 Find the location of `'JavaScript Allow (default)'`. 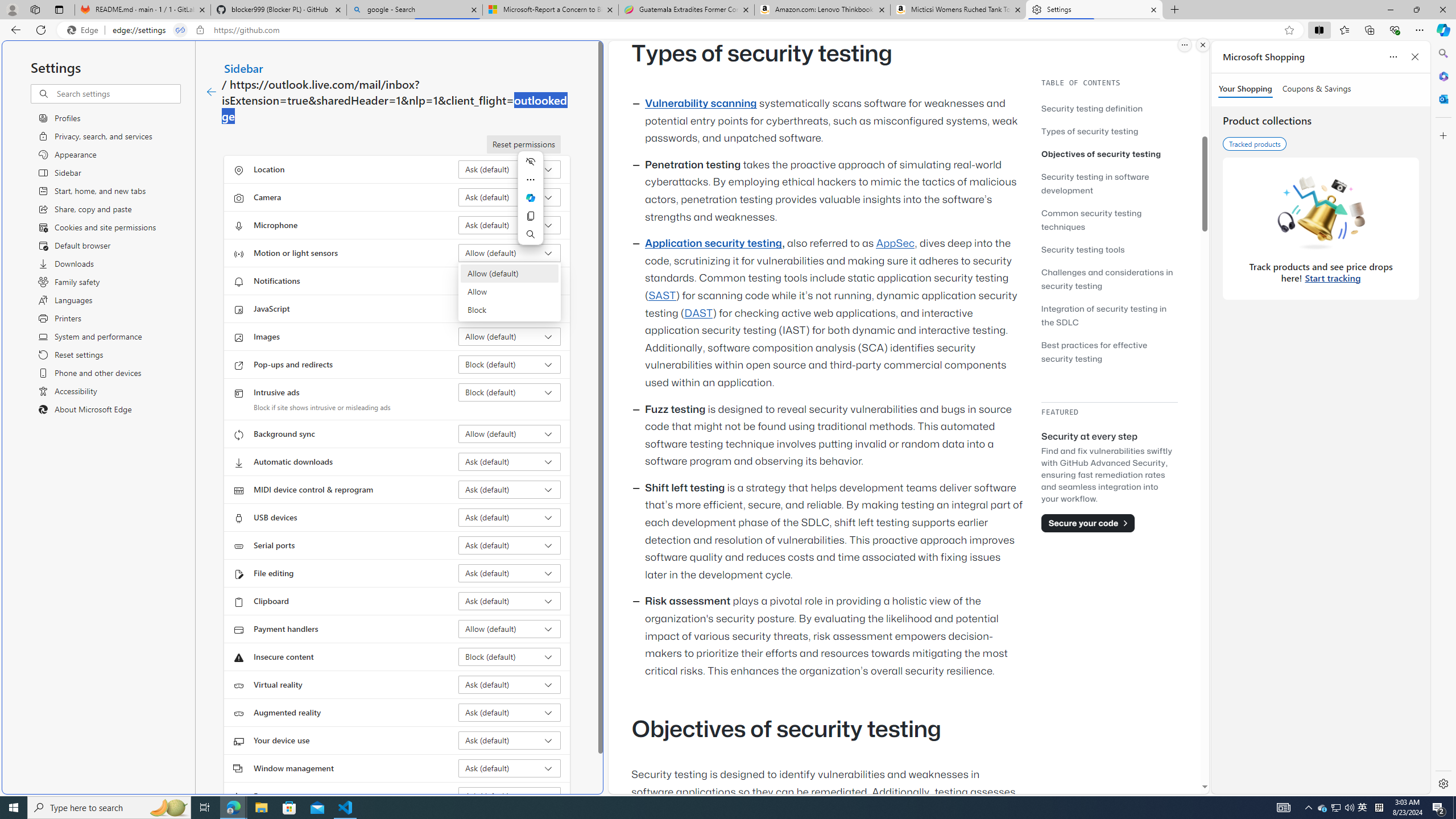

'JavaScript Allow (default)' is located at coordinates (510, 308).